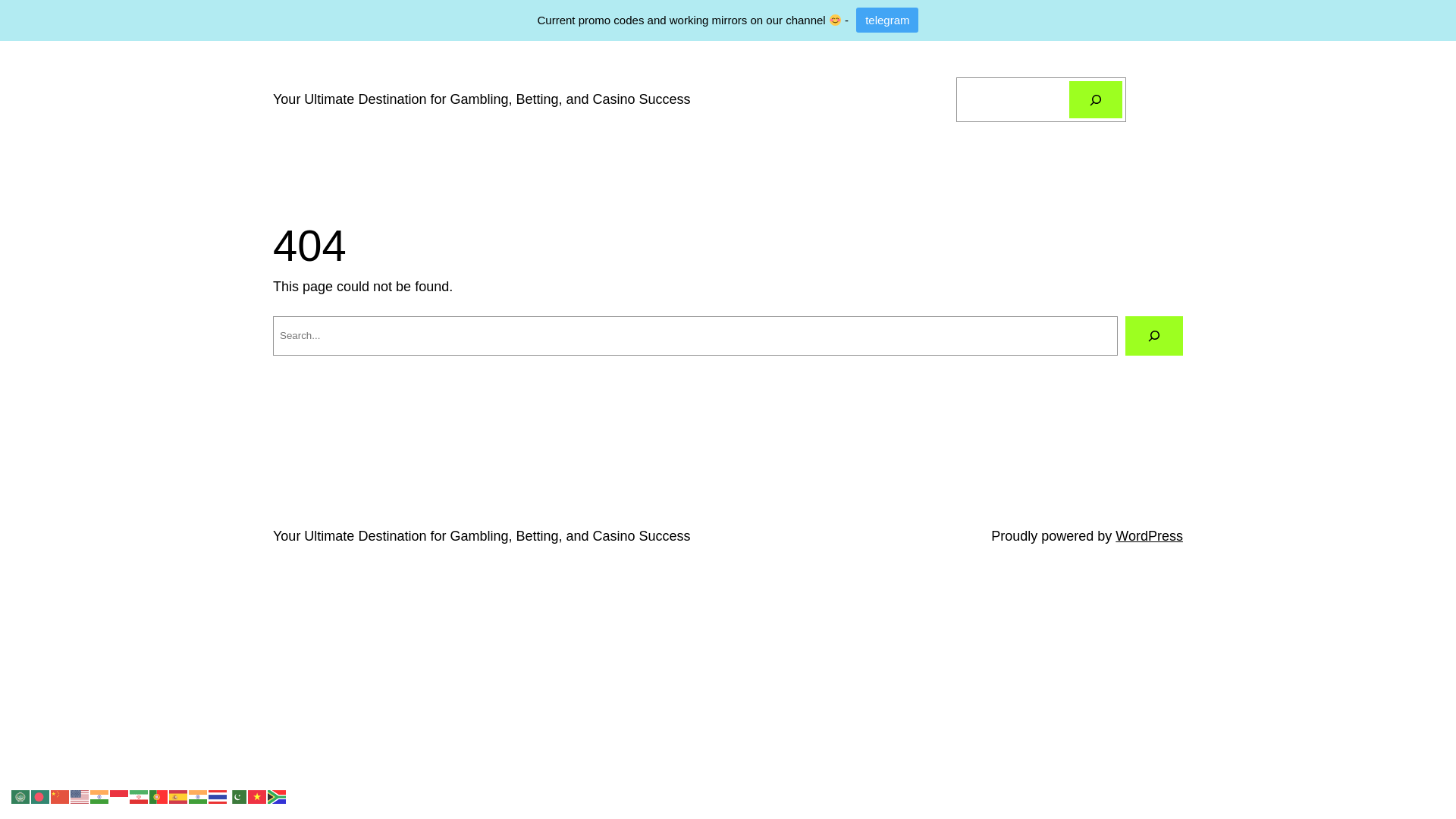 This screenshot has width=1456, height=819. What do you see at coordinates (218, 795) in the screenshot?
I see `'Thai'` at bounding box center [218, 795].